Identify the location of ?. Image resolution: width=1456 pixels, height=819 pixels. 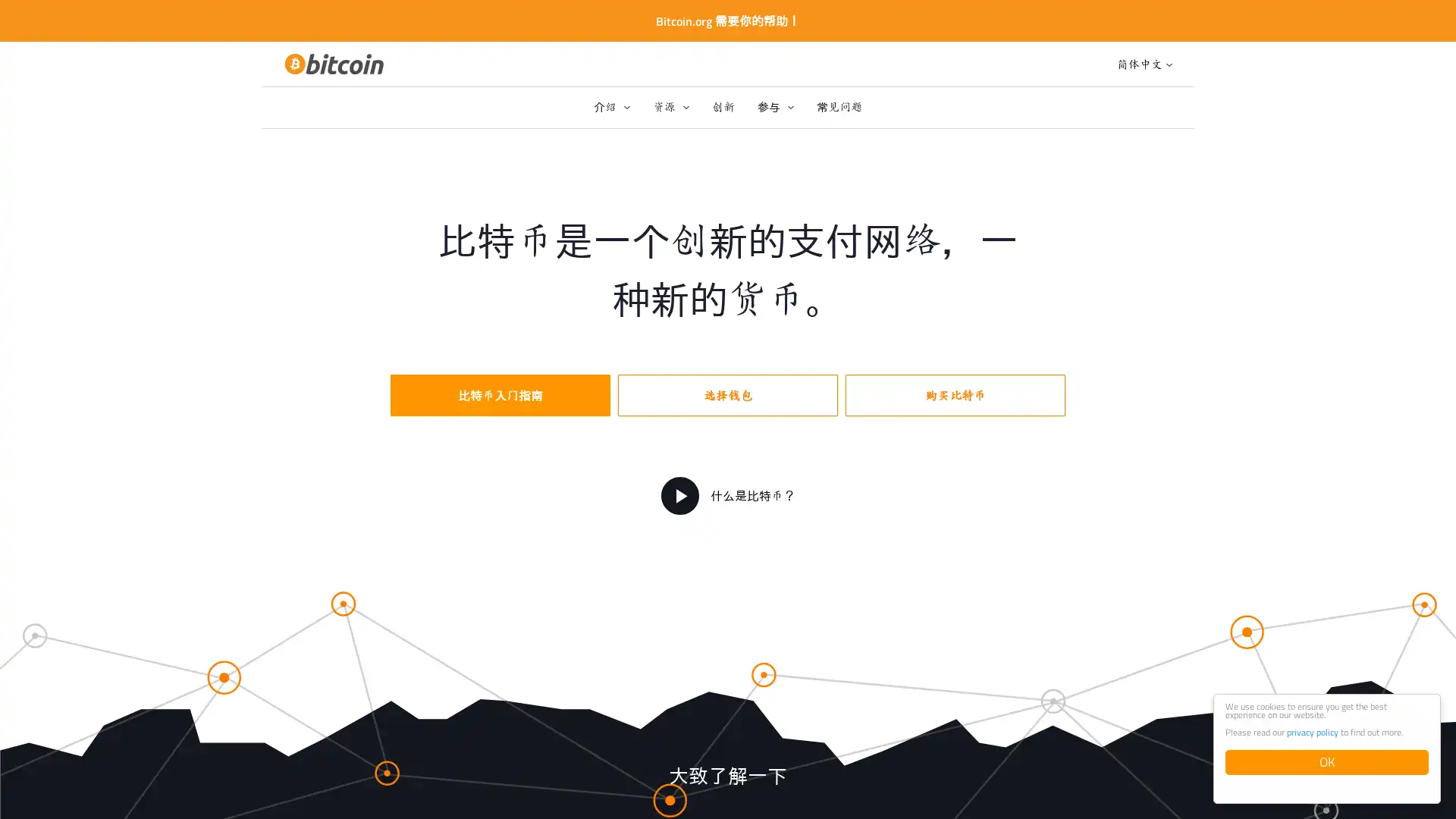
(726, 496).